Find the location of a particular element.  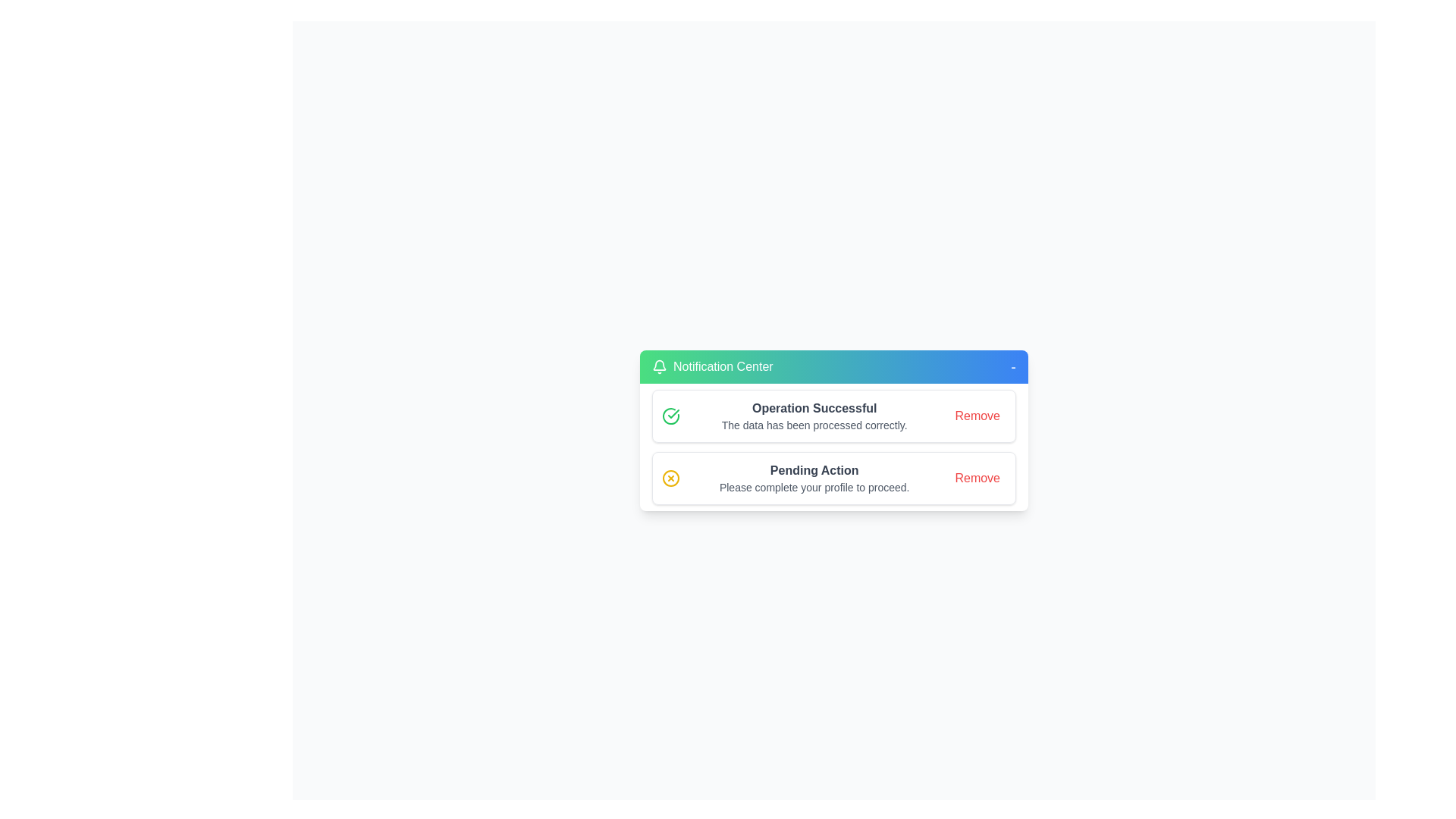

the static text display that contains the bold title 'Pending Action' and the description 'Please complete your profile to proceed.' is located at coordinates (814, 479).